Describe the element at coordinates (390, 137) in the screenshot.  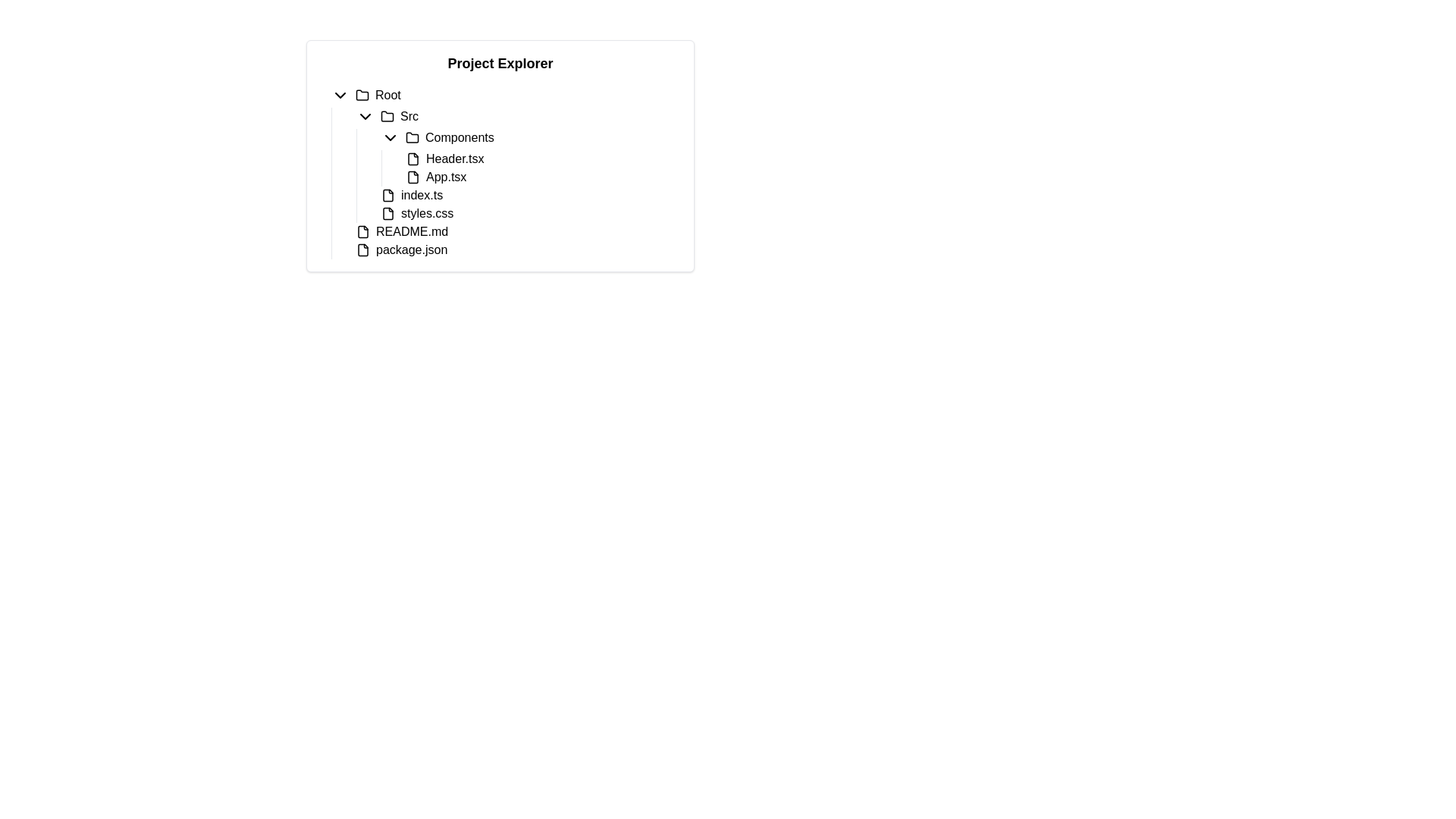
I see `the downward-pointing chevron icon next to the 'Components' label` at that location.